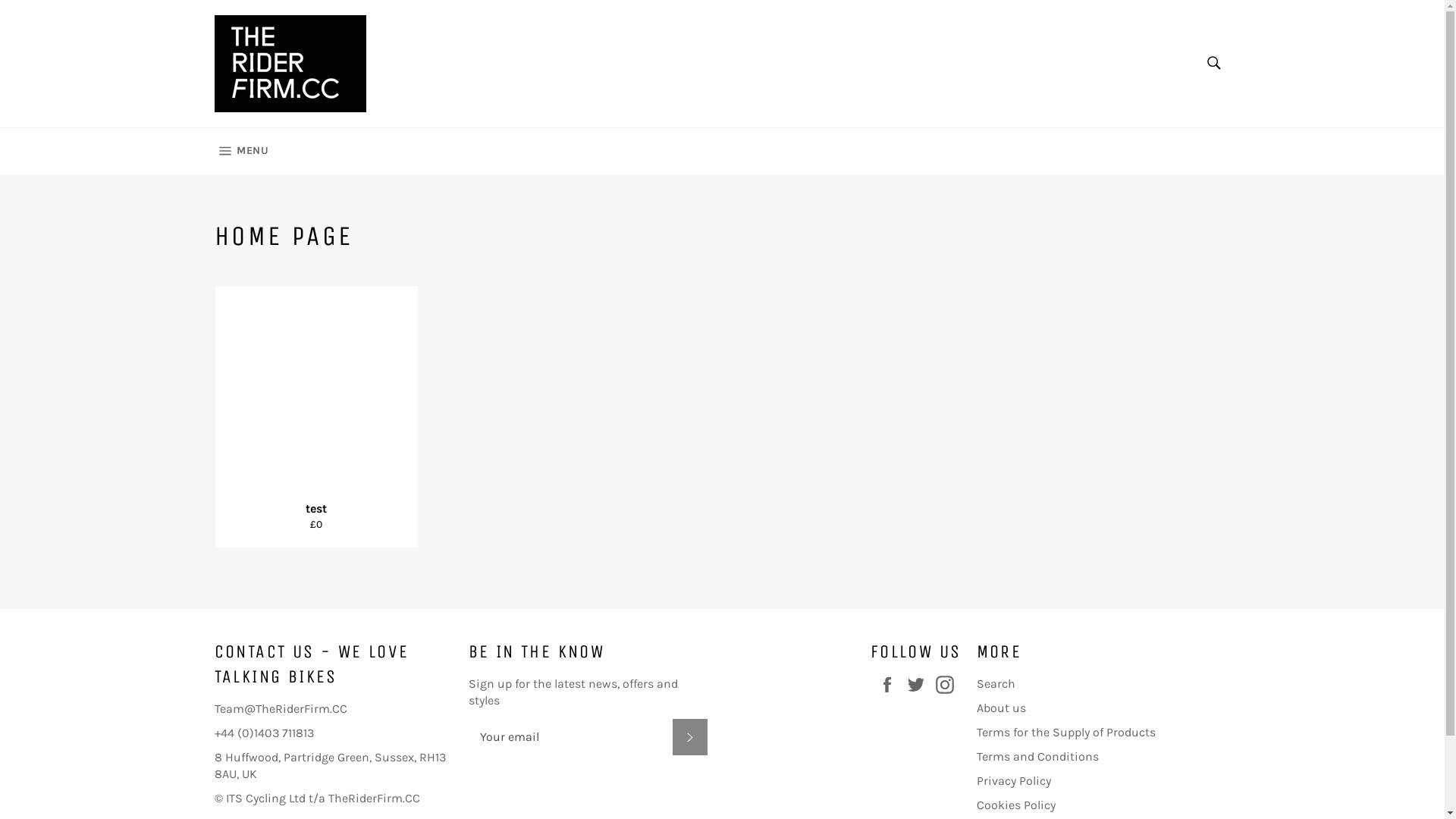 Image resolution: width=1456 pixels, height=819 pixels. What do you see at coordinates (948, 684) in the screenshot?
I see `'Instagram'` at bounding box center [948, 684].